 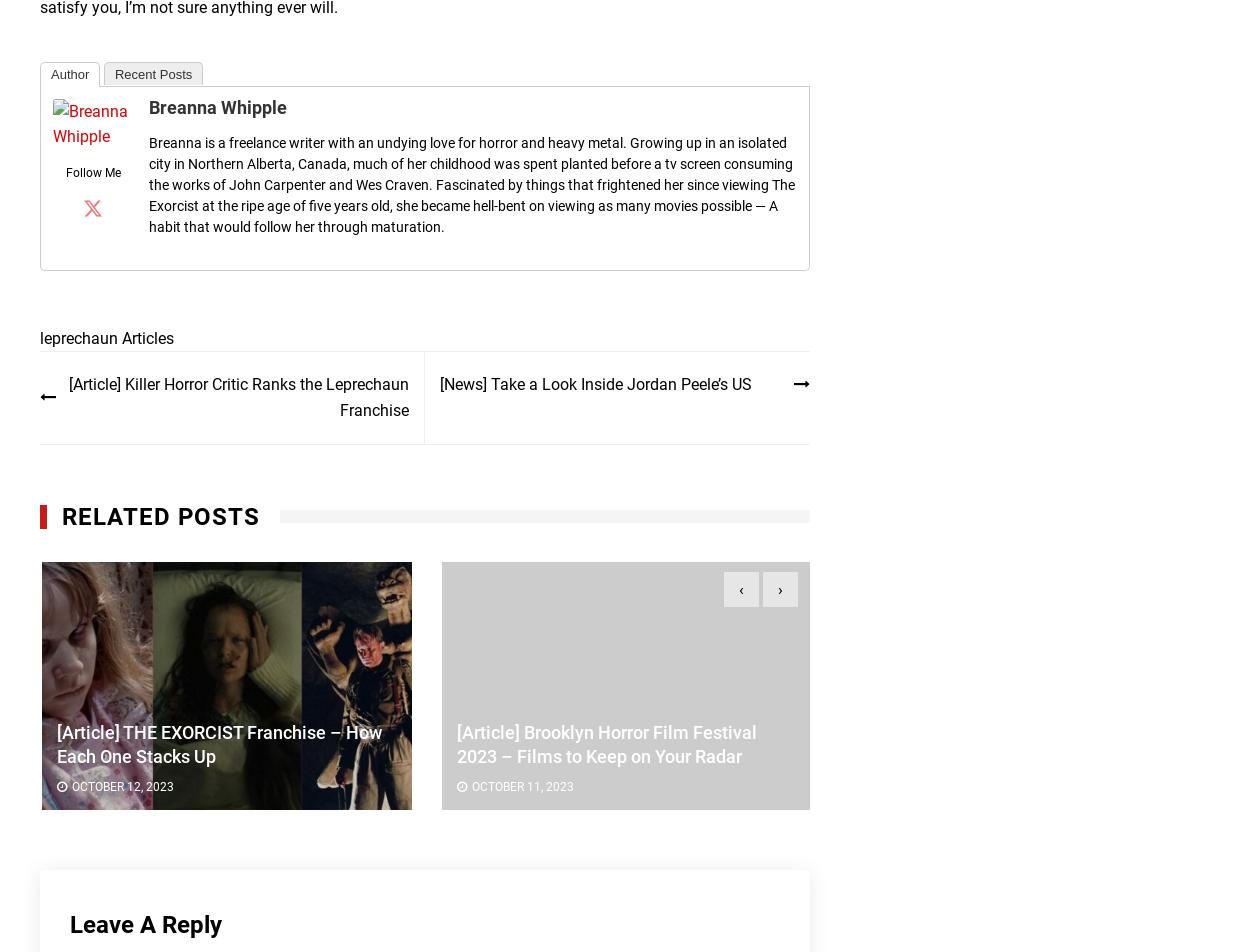 I want to click on '[Article] Brooklyn Horror Film Festival 2023 – Films to Keep on Your Radar', so click(x=604, y=744).